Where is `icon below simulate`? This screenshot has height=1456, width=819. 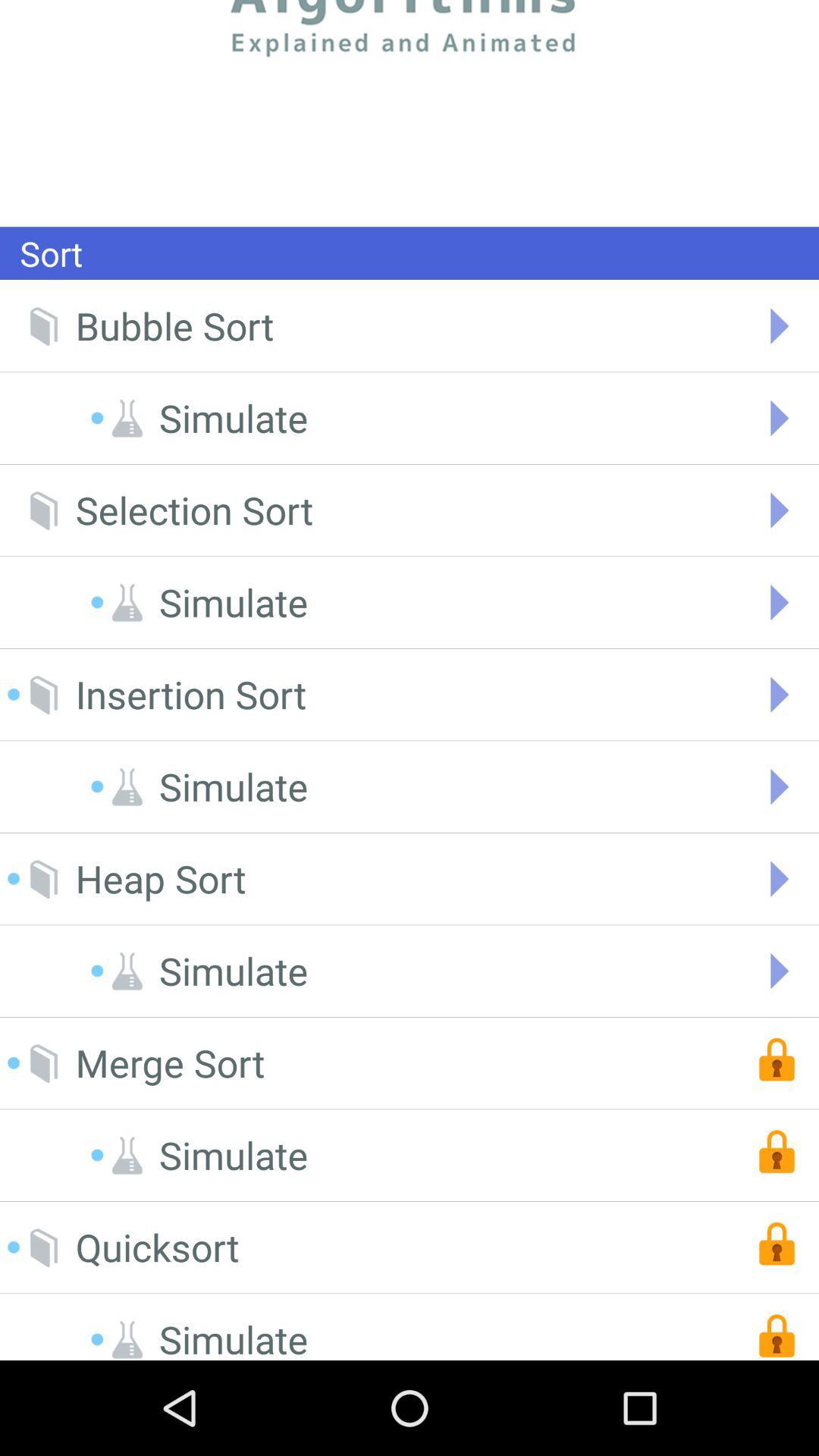 icon below simulate is located at coordinates (161, 879).